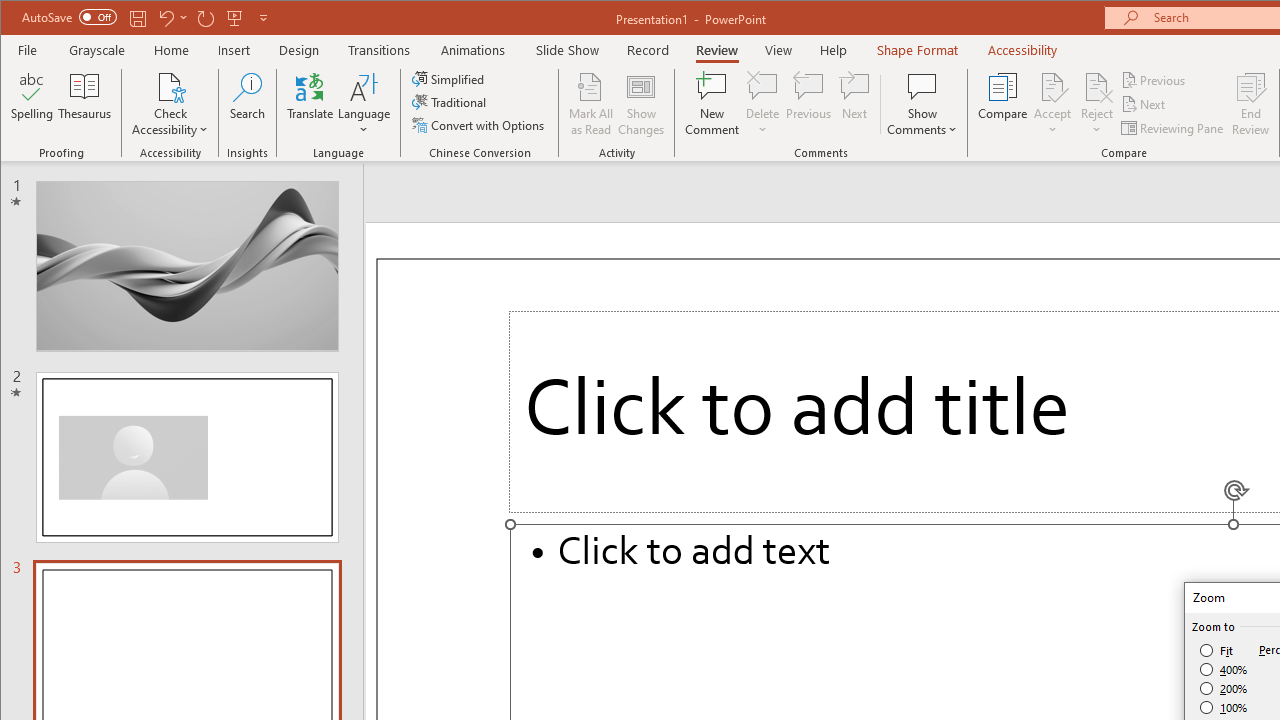 The width and height of the screenshot is (1280, 720). Describe the element at coordinates (641, 104) in the screenshot. I see `'Show Changes'` at that location.